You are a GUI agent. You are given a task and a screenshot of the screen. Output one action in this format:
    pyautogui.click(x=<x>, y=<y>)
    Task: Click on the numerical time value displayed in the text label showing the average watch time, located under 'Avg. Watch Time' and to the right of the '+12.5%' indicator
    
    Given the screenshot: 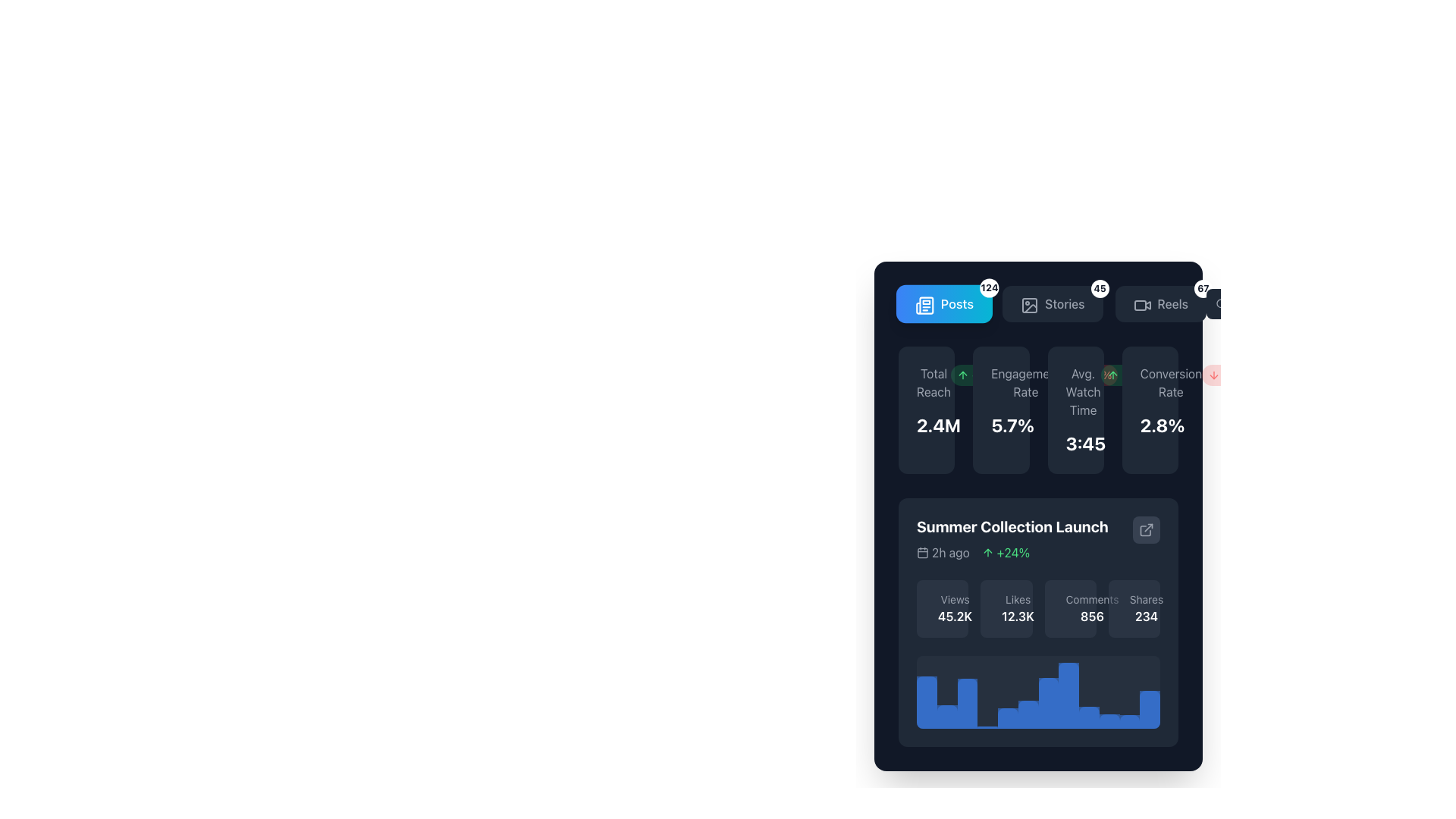 What is the action you would take?
    pyautogui.click(x=1075, y=444)
    